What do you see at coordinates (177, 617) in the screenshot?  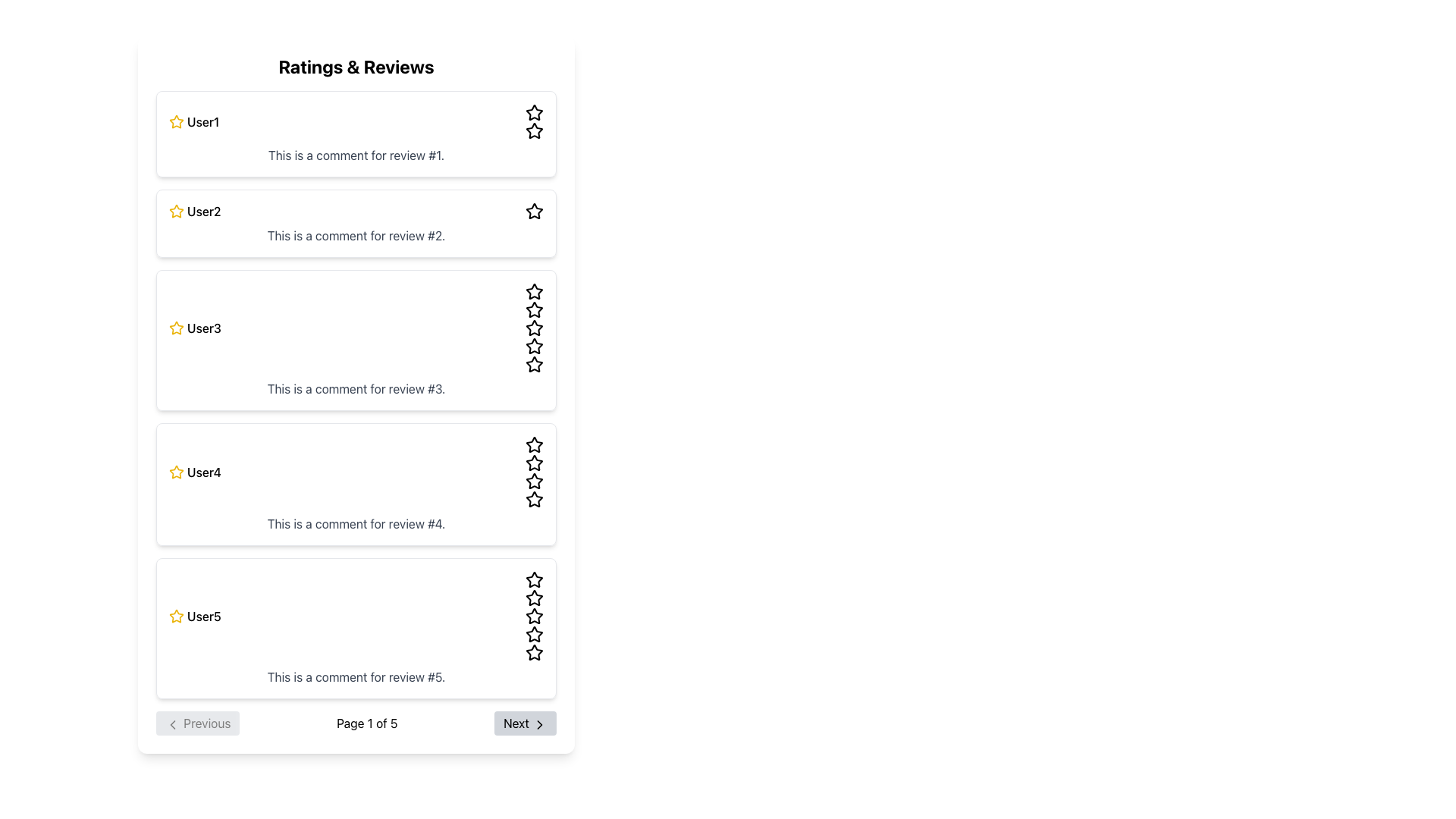 I see `the yellow star icon indicating an active state, located beside the 'User5' label in the last row of the reviews list` at bounding box center [177, 617].